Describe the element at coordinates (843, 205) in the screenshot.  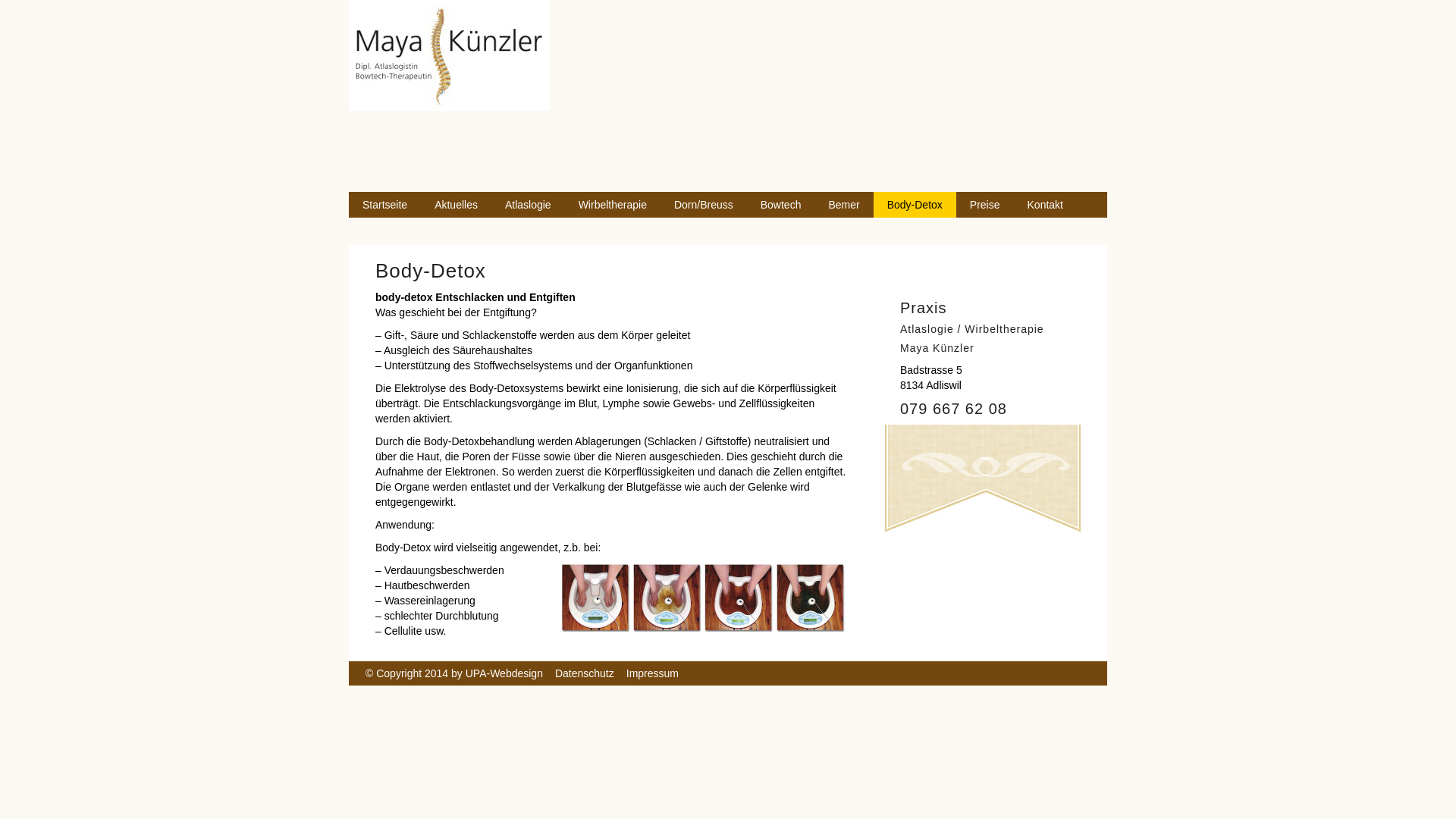
I see `'Bemer'` at that location.